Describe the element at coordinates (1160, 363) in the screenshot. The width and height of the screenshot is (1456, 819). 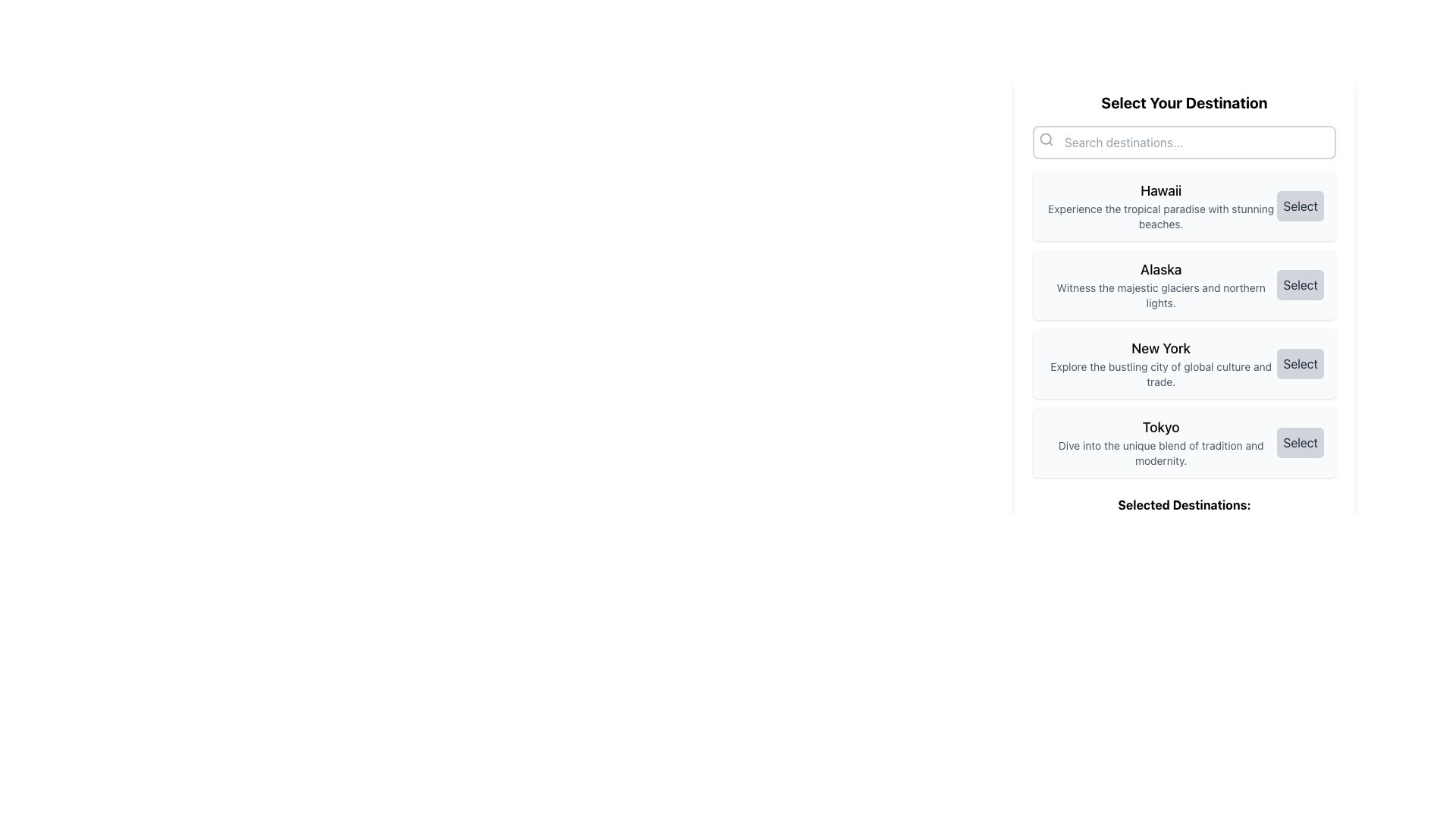
I see `the informational text block titled 'New York' which contains the description 'Explore the bustling city of global culture and trade.'` at that location.